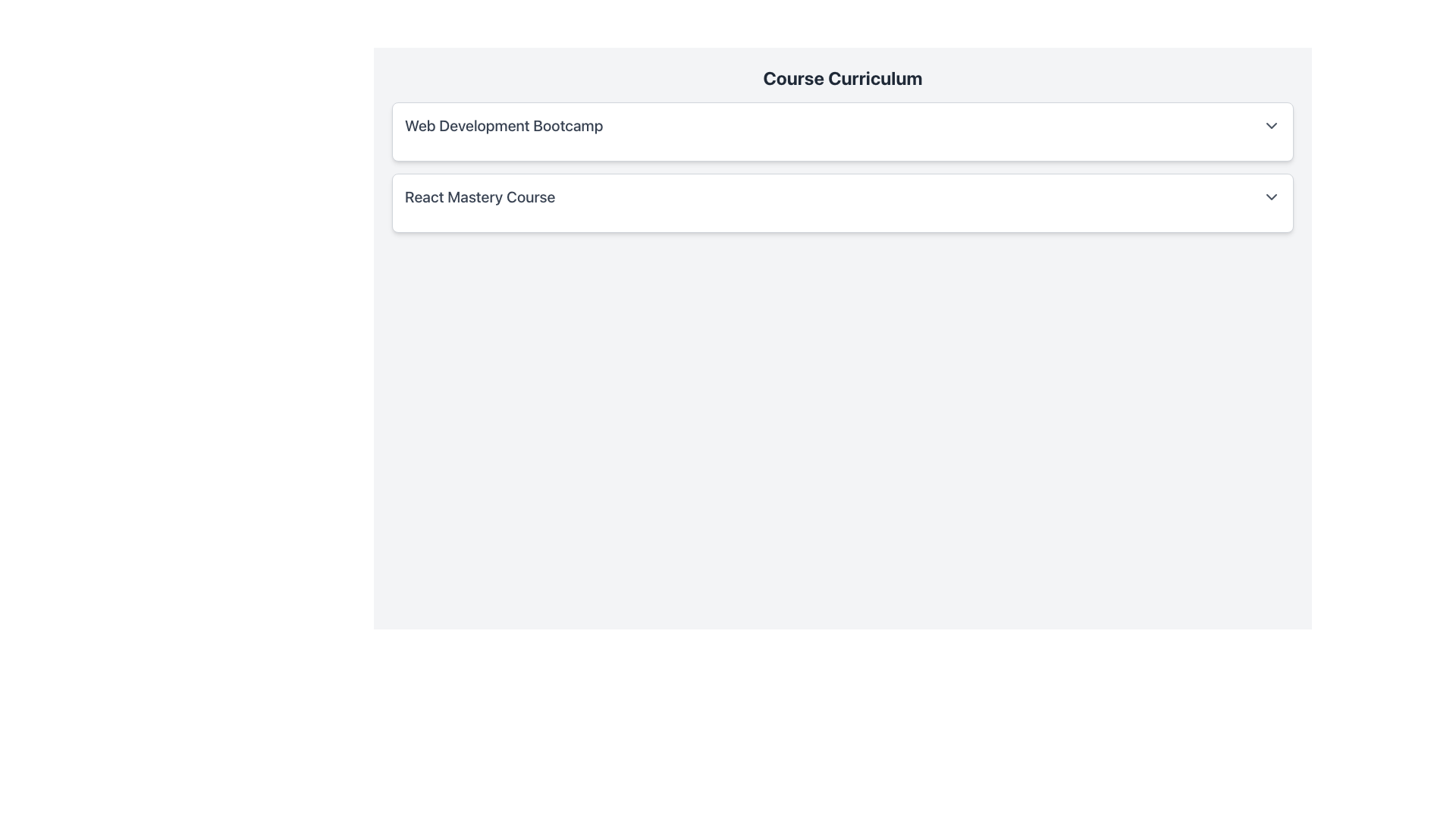 This screenshot has width=1456, height=819. I want to click on the Dropdown Card representing the 'Web Development Bootcamp' course, so click(842, 130).